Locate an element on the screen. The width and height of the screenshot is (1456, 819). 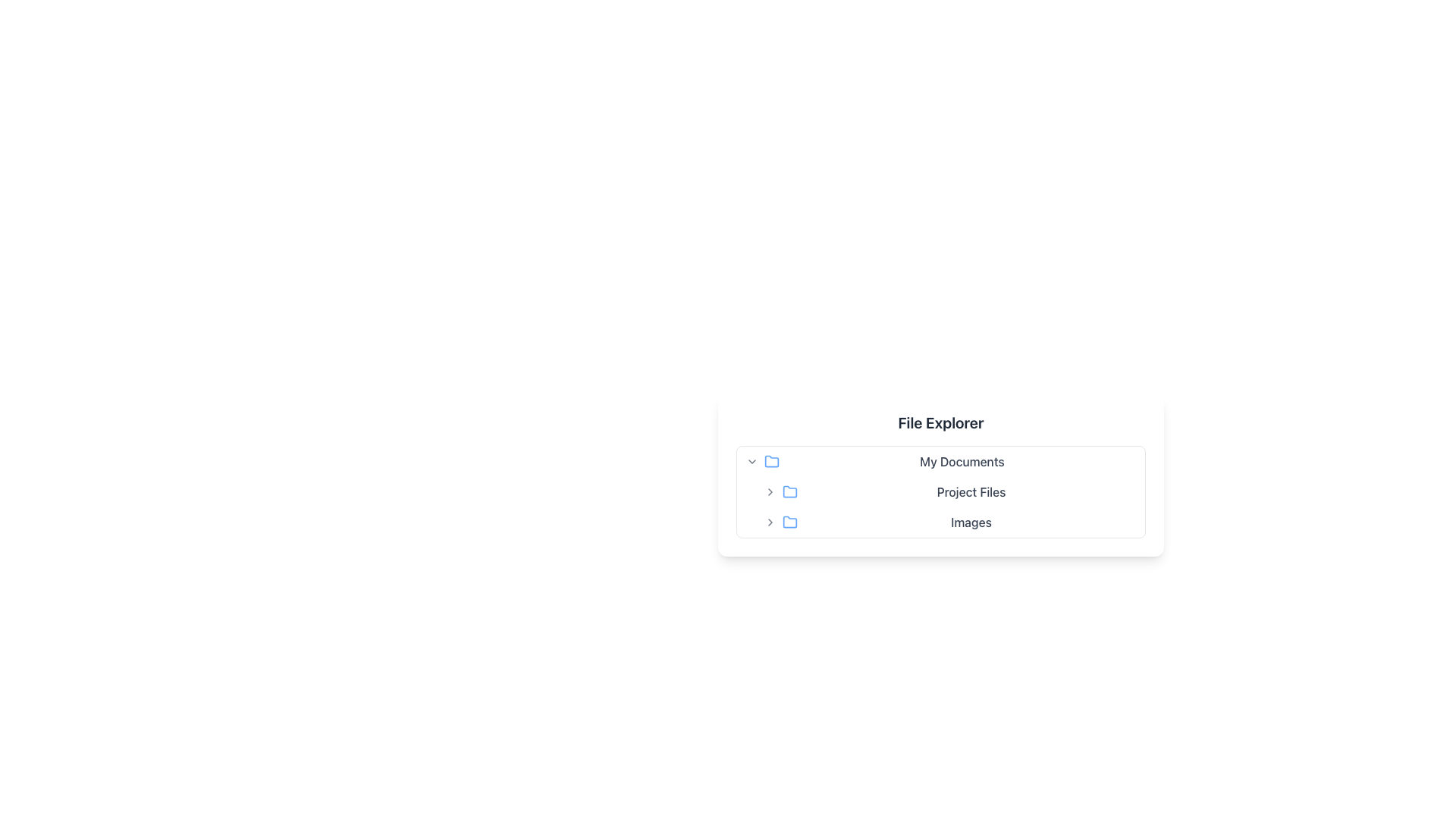
the small graphical folder icon with a blue outline that is located to the left of the text label 'My Documents' in the file explorer interface to associate it with its folder label is located at coordinates (771, 460).